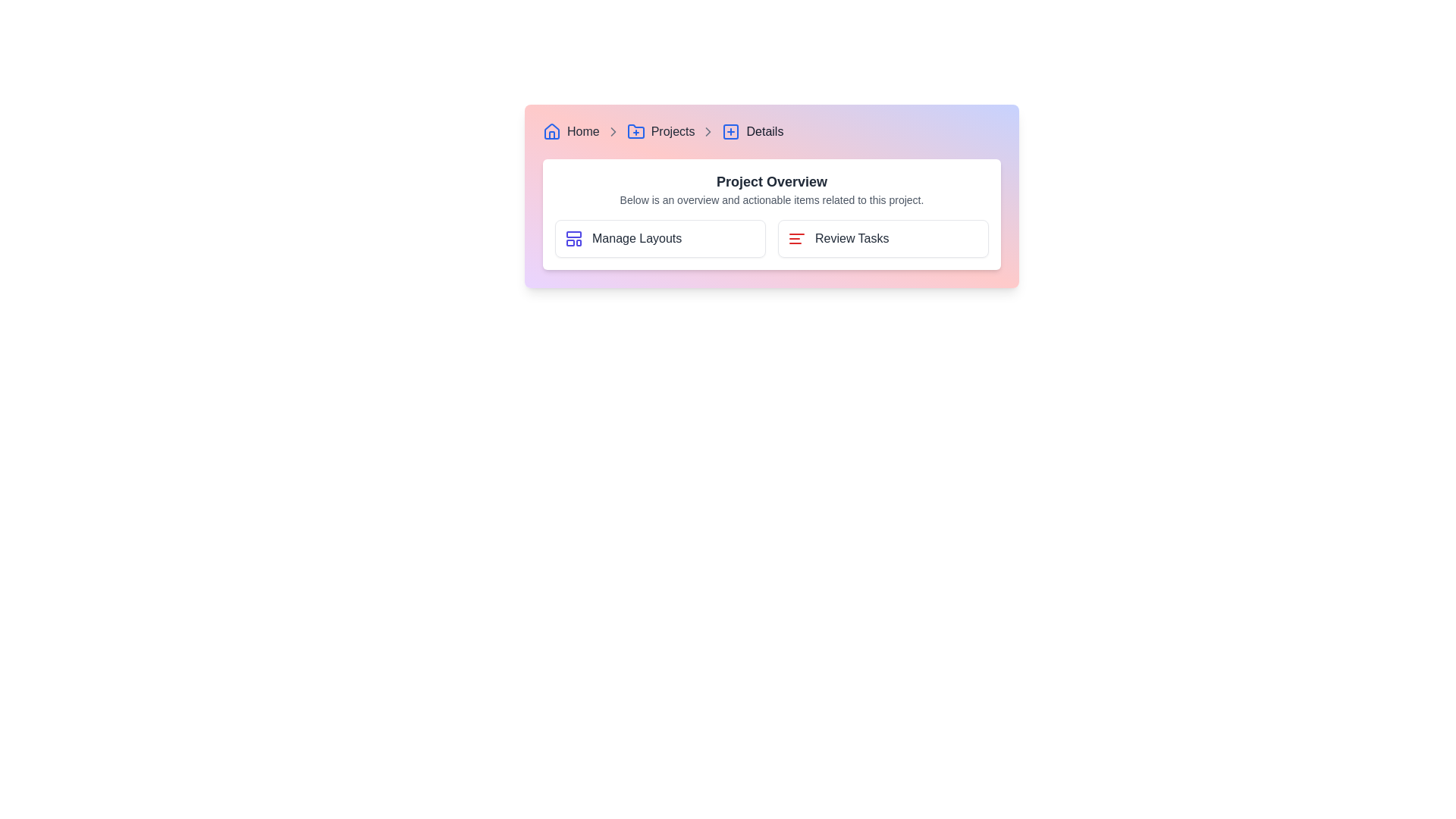 This screenshot has height=819, width=1456. What do you see at coordinates (573, 234) in the screenshot?
I see `the decorative rectangle in the SVG icon that symbolizes 'layouts', located near the top navigation breadcrumb titled 'Manage Layouts'` at bounding box center [573, 234].